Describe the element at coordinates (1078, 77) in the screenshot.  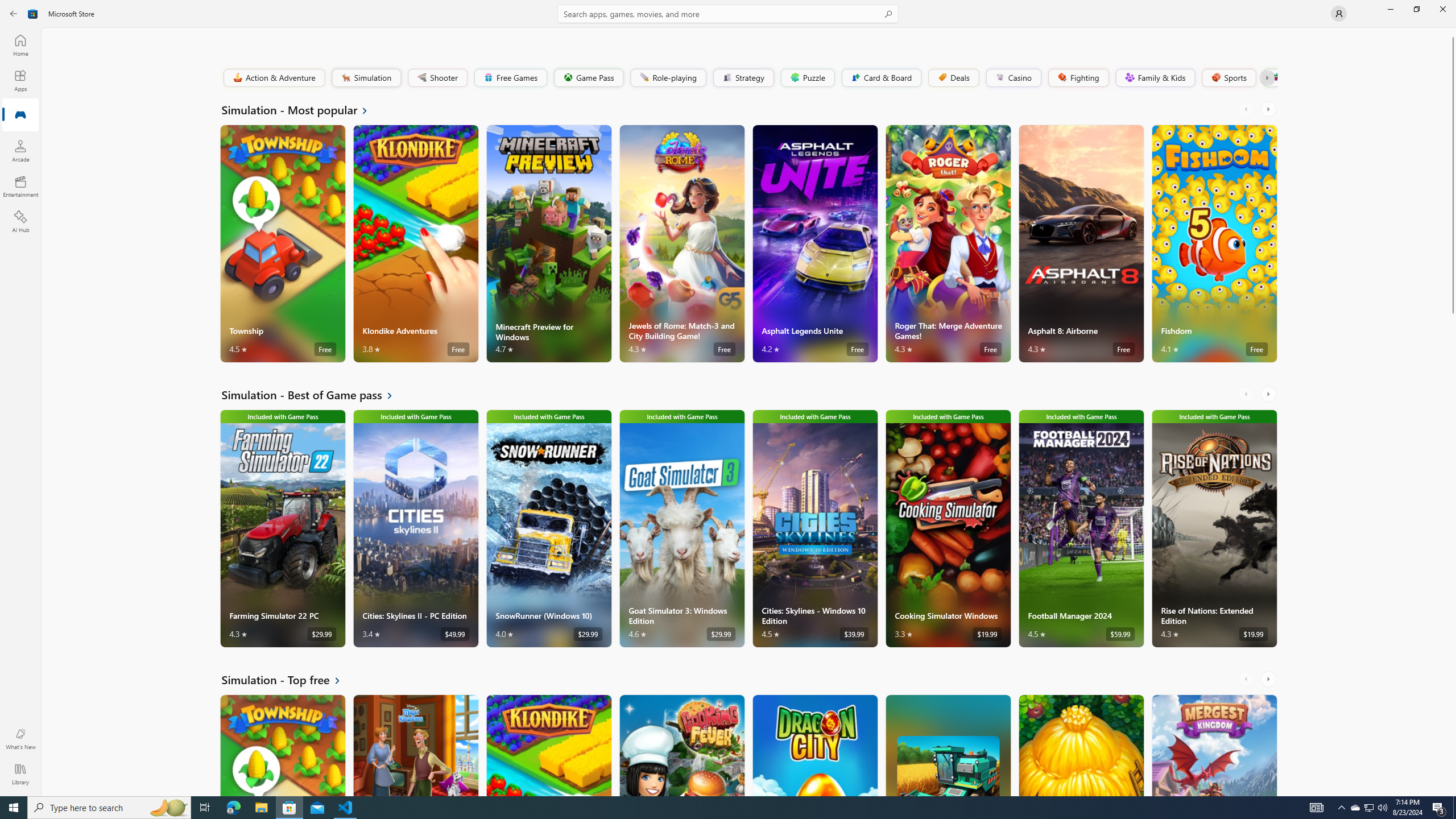
I see `'Fighting'` at that location.